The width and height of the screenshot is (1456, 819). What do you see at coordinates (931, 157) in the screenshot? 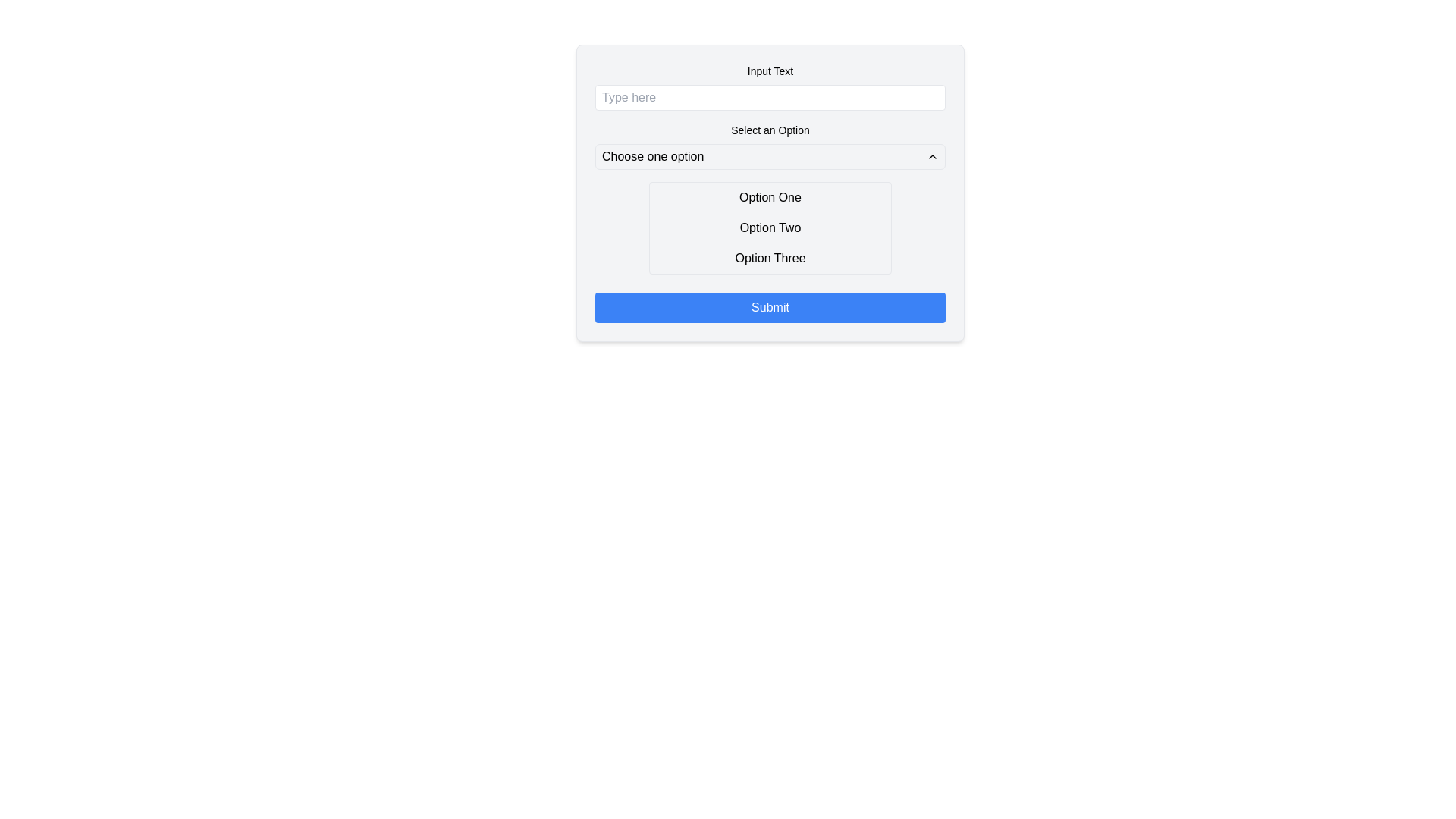
I see `the compact, triangular-shaped chevron icon that points upward, positioned to the far right within the bordered box labeled 'Choose one option'` at bounding box center [931, 157].